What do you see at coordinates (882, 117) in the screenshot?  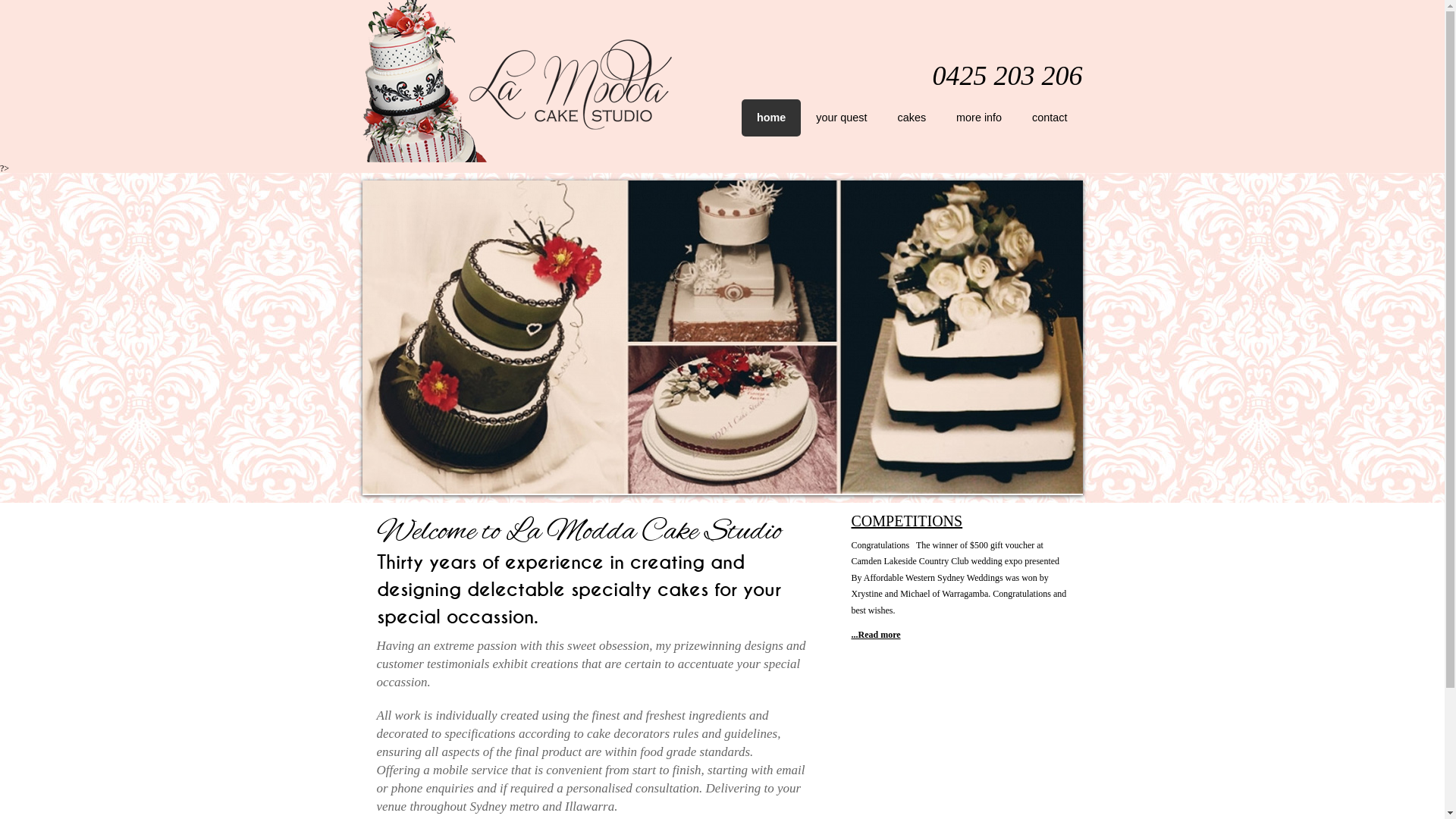 I see `'cakes'` at bounding box center [882, 117].